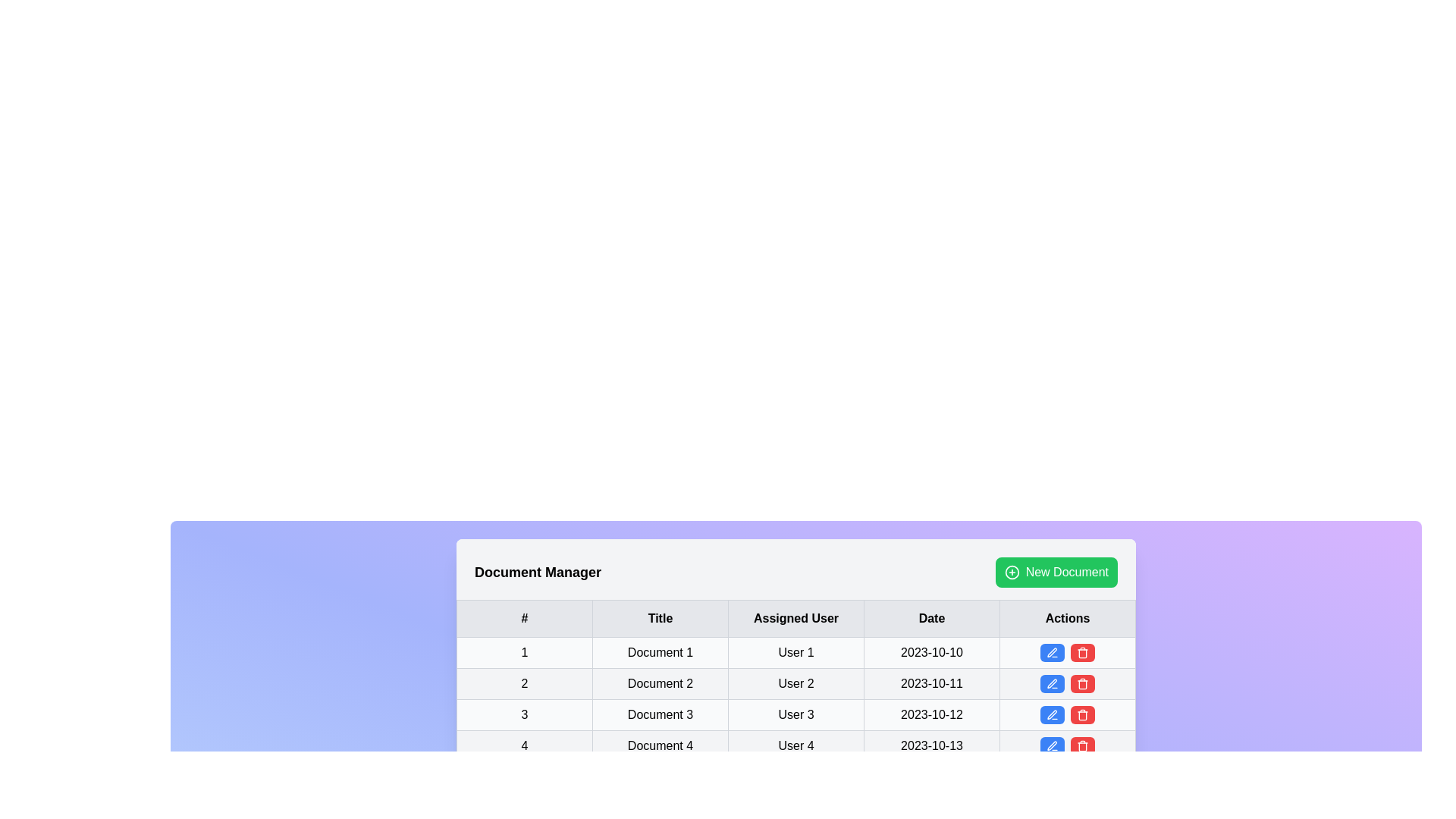  What do you see at coordinates (1082, 684) in the screenshot?
I see `the trash can icon button in the 'Actions' column corresponding to 'Document 2'` at bounding box center [1082, 684].